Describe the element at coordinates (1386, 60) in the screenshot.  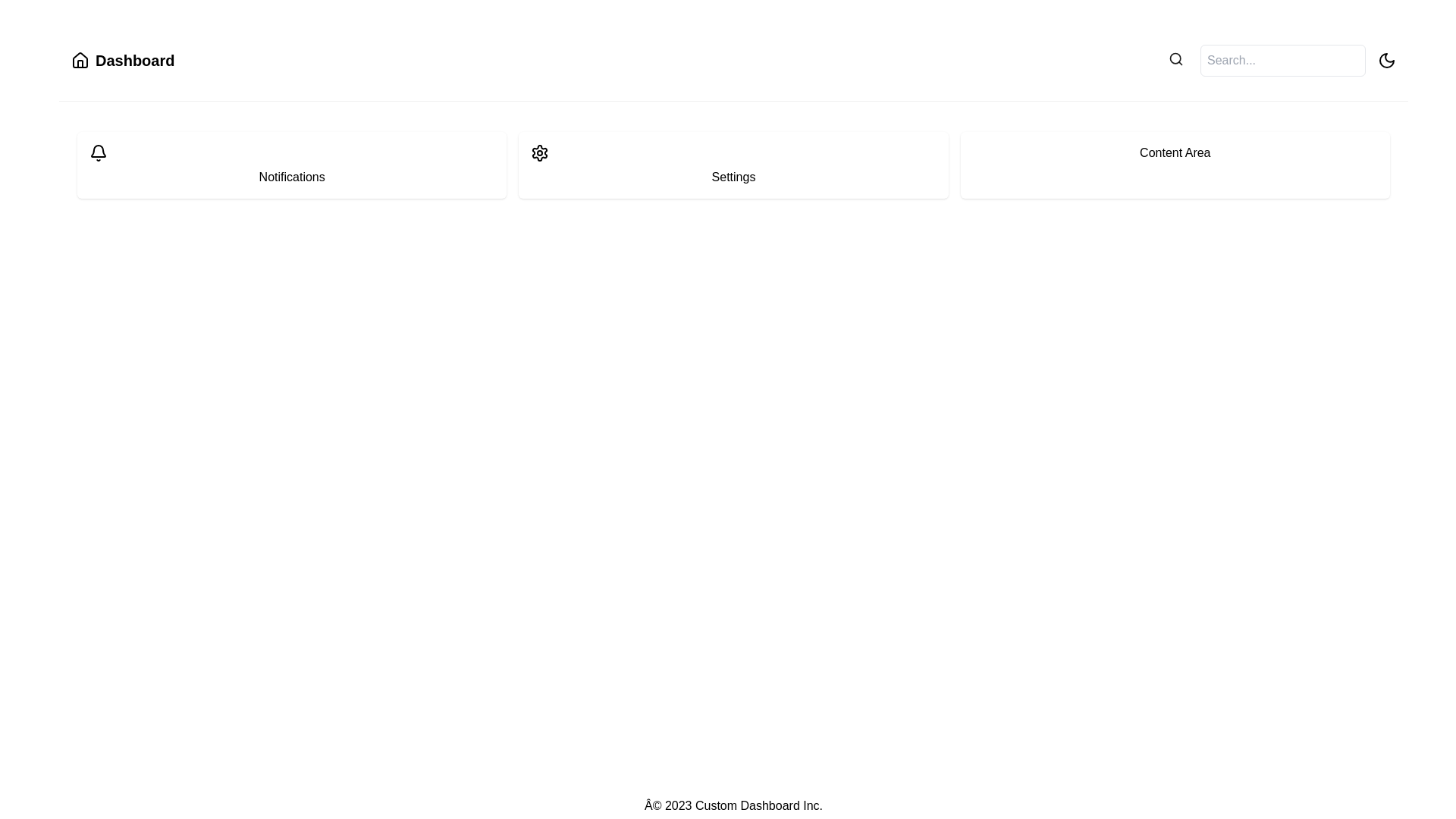
I see `the moon icon in the top-right corner of the interface` at that location.